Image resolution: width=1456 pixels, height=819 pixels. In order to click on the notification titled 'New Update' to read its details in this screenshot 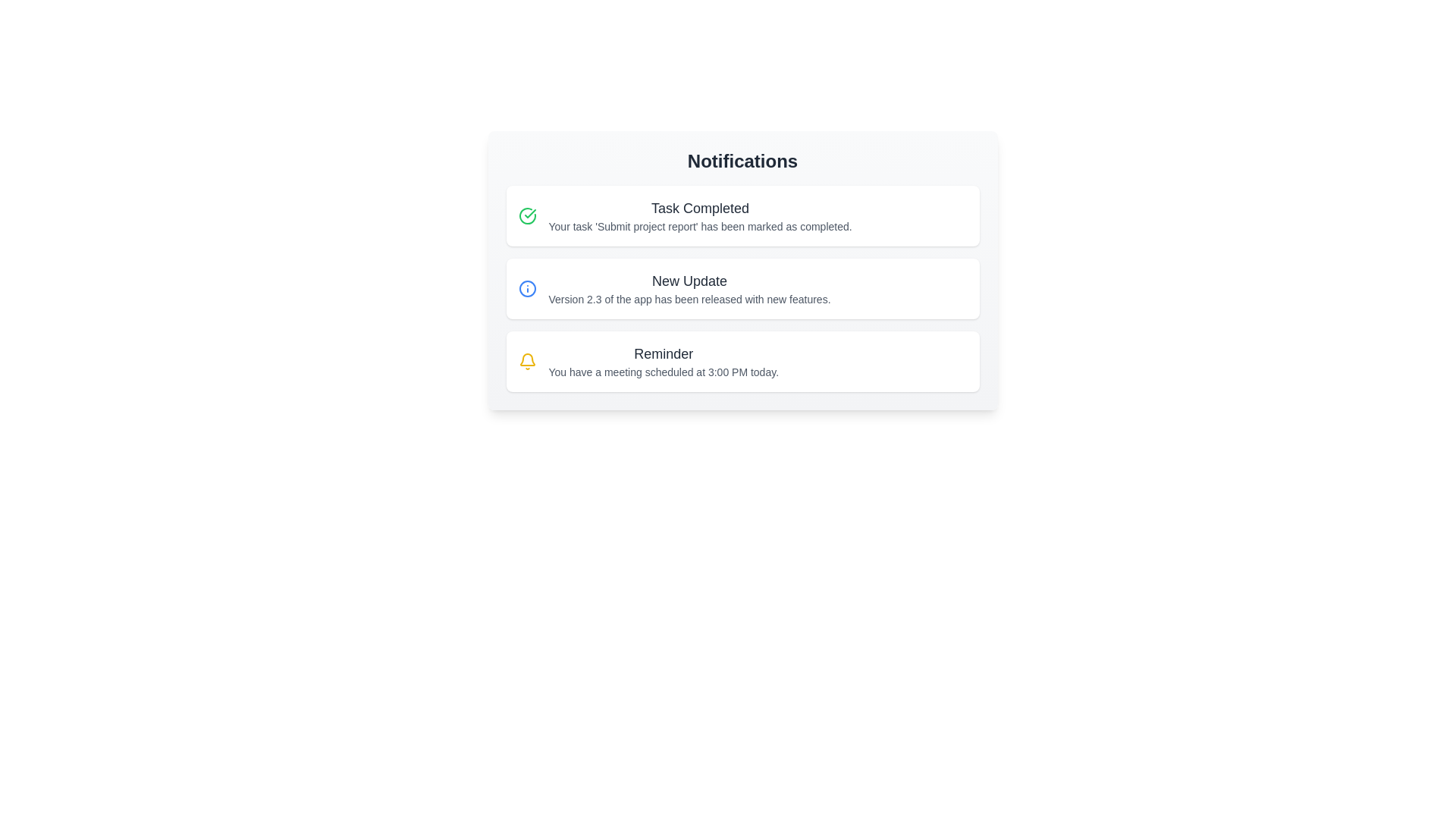, I will do `click(742, 289)`.